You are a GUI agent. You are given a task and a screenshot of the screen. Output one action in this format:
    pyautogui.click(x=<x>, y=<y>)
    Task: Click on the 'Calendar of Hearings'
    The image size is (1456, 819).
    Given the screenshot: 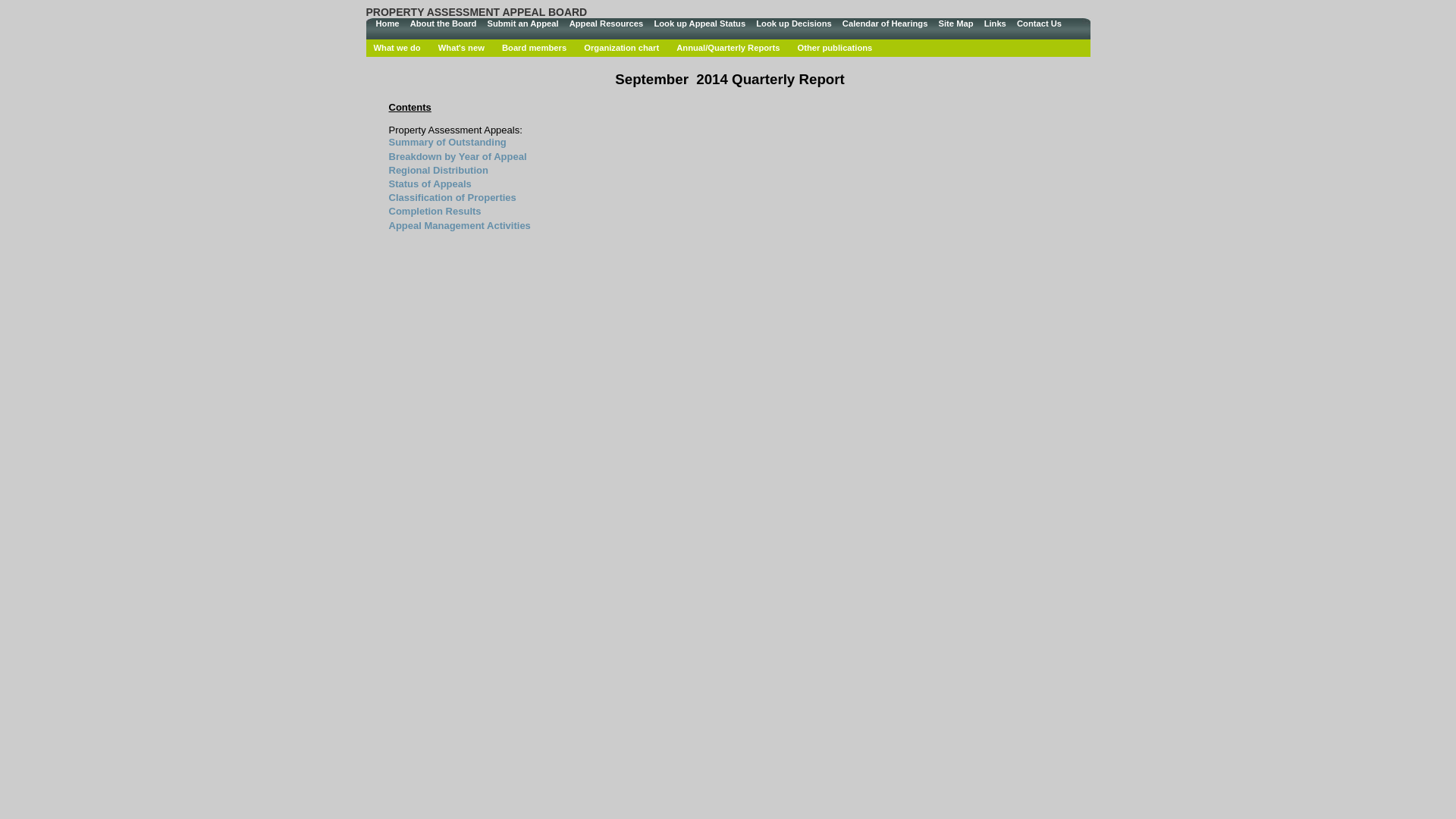 What is the action you would take?
    pyautogui.click(x=885, y=24)
    